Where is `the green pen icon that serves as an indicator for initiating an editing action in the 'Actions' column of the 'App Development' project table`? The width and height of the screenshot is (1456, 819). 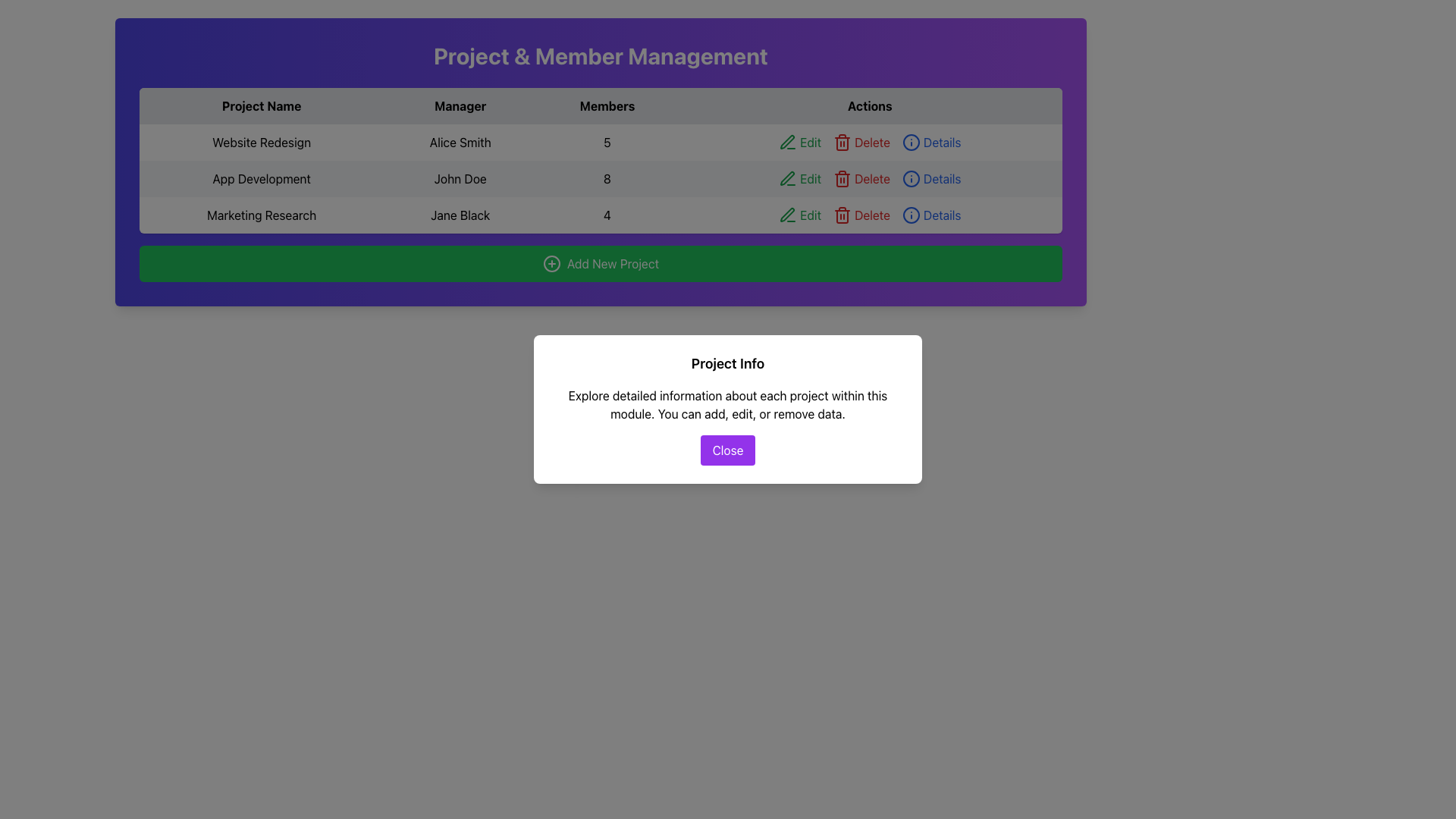 the green pen icon that serves as an indicator for initiating an editing action in the 'Actions' column of the 'App Development' project table is located at coordinates (788, 177).